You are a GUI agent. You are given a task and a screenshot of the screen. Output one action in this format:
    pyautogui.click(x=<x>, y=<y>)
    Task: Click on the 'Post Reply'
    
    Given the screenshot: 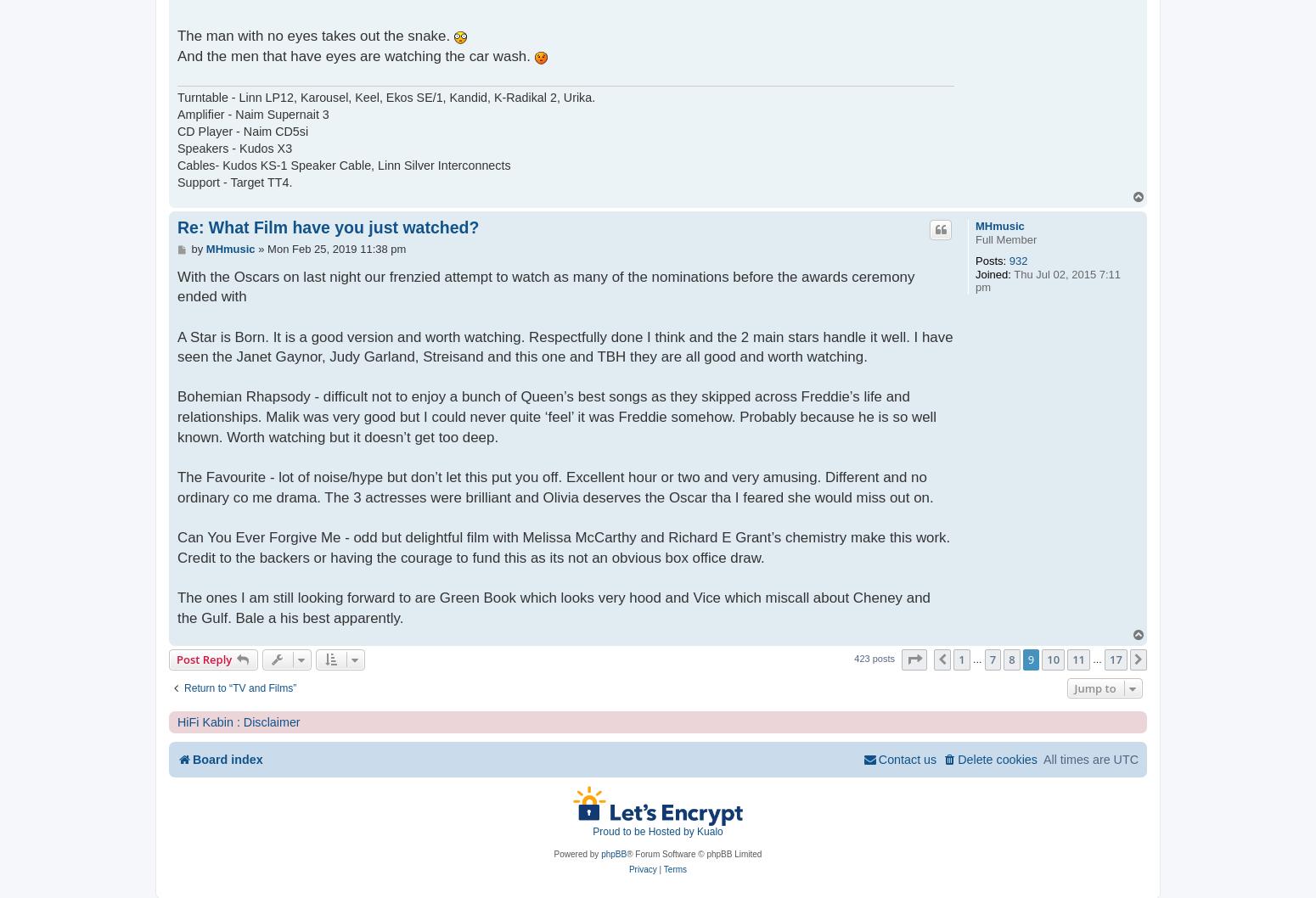 What is the action you would take?
    pyautogui.click(x=176, y=659)
    